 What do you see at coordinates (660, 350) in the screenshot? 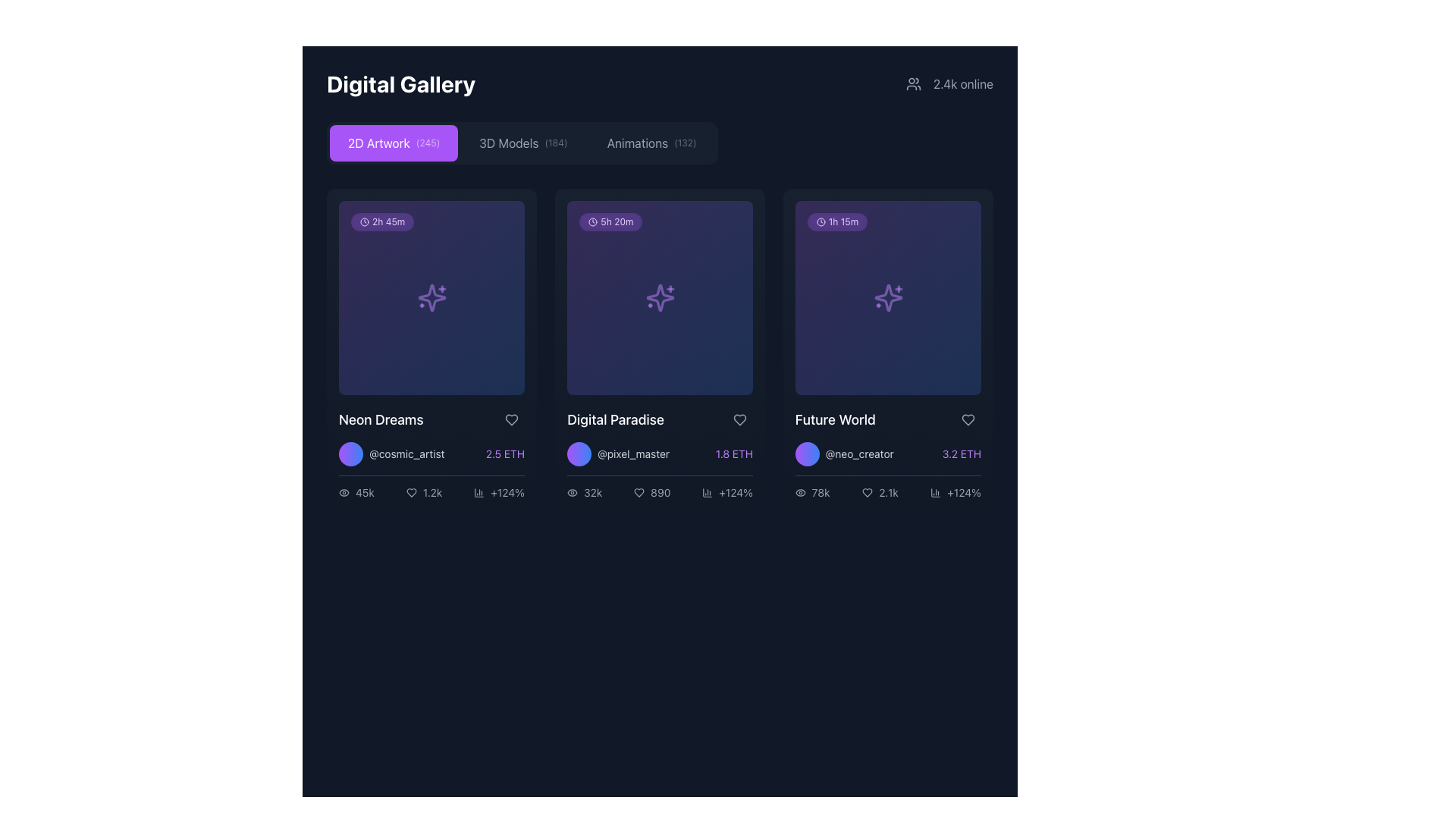
I see `the second card in the grid layout` at bounding box center [660, 350].